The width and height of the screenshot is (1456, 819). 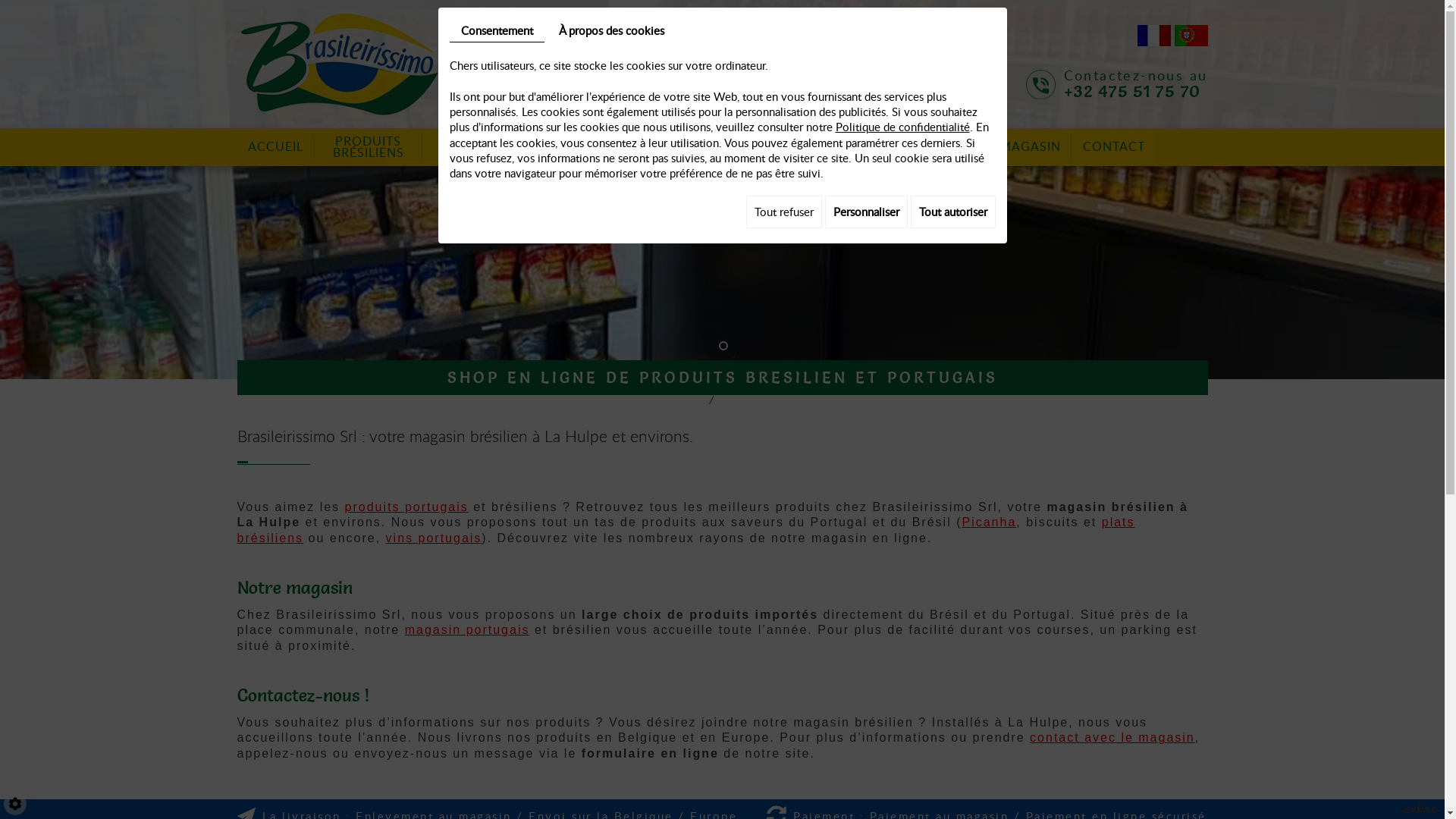 What do you see at coordinates (824, 211) in the screenshot?
I see `'Personnaliser'` at bounding box center [824, 211].